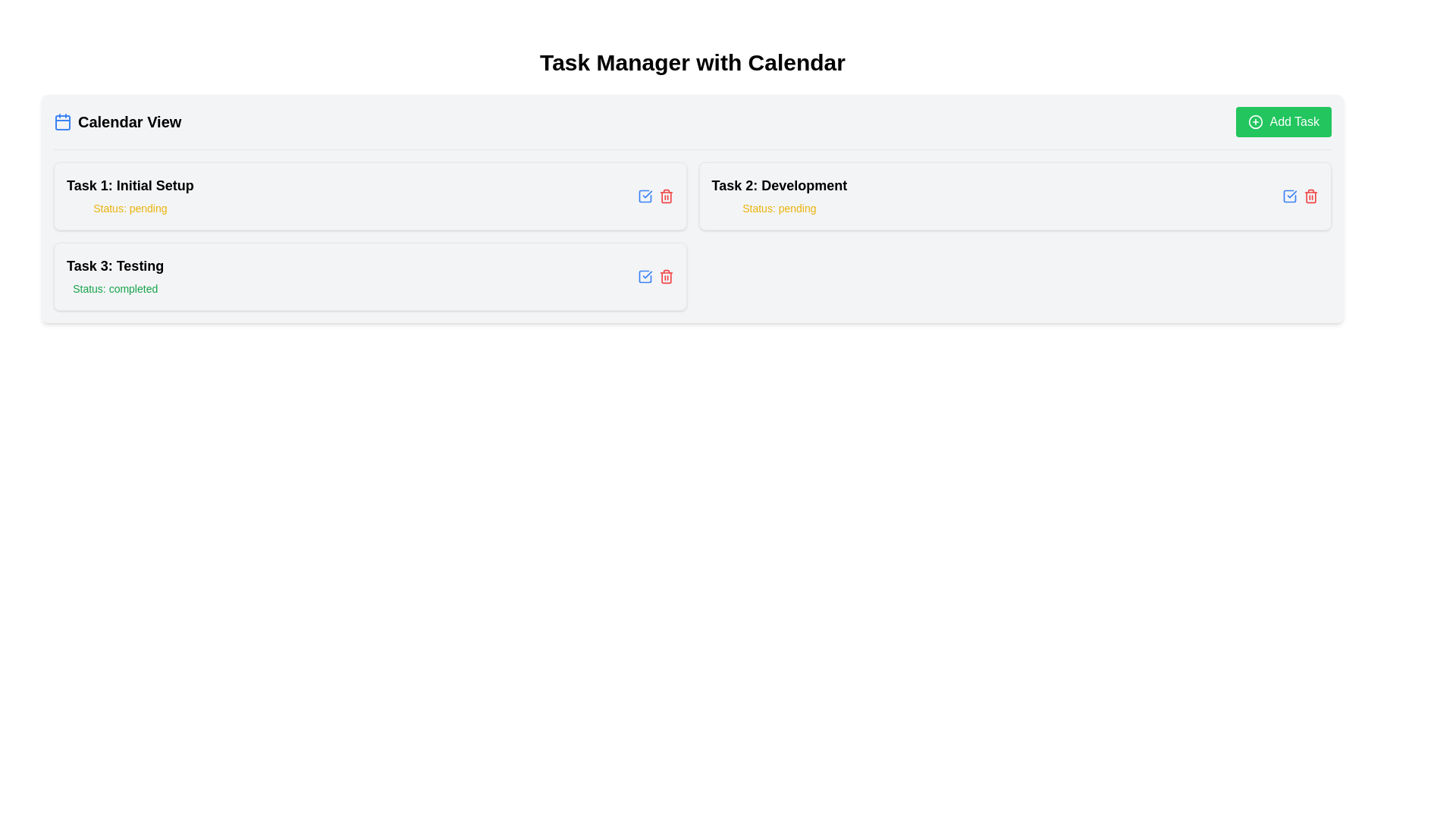 The width and height of the screenshot is (1456, 819). Describe the element at coordinates (1288, 195) in the screenshot. I see `the checkmark icon located in the 'Task 2: Development' section to mark the task as complete` at that location.